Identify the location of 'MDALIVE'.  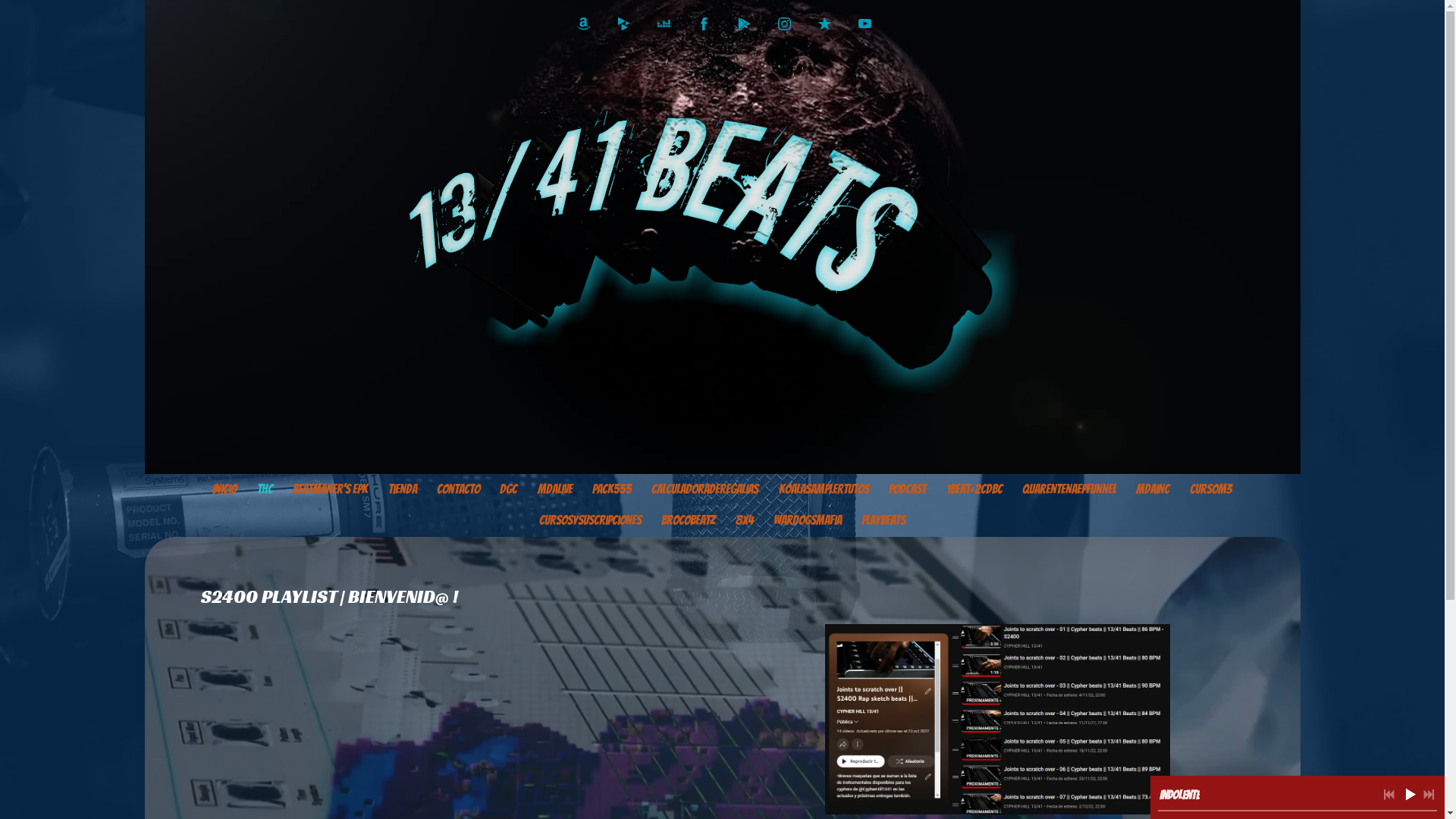
(527, 489).